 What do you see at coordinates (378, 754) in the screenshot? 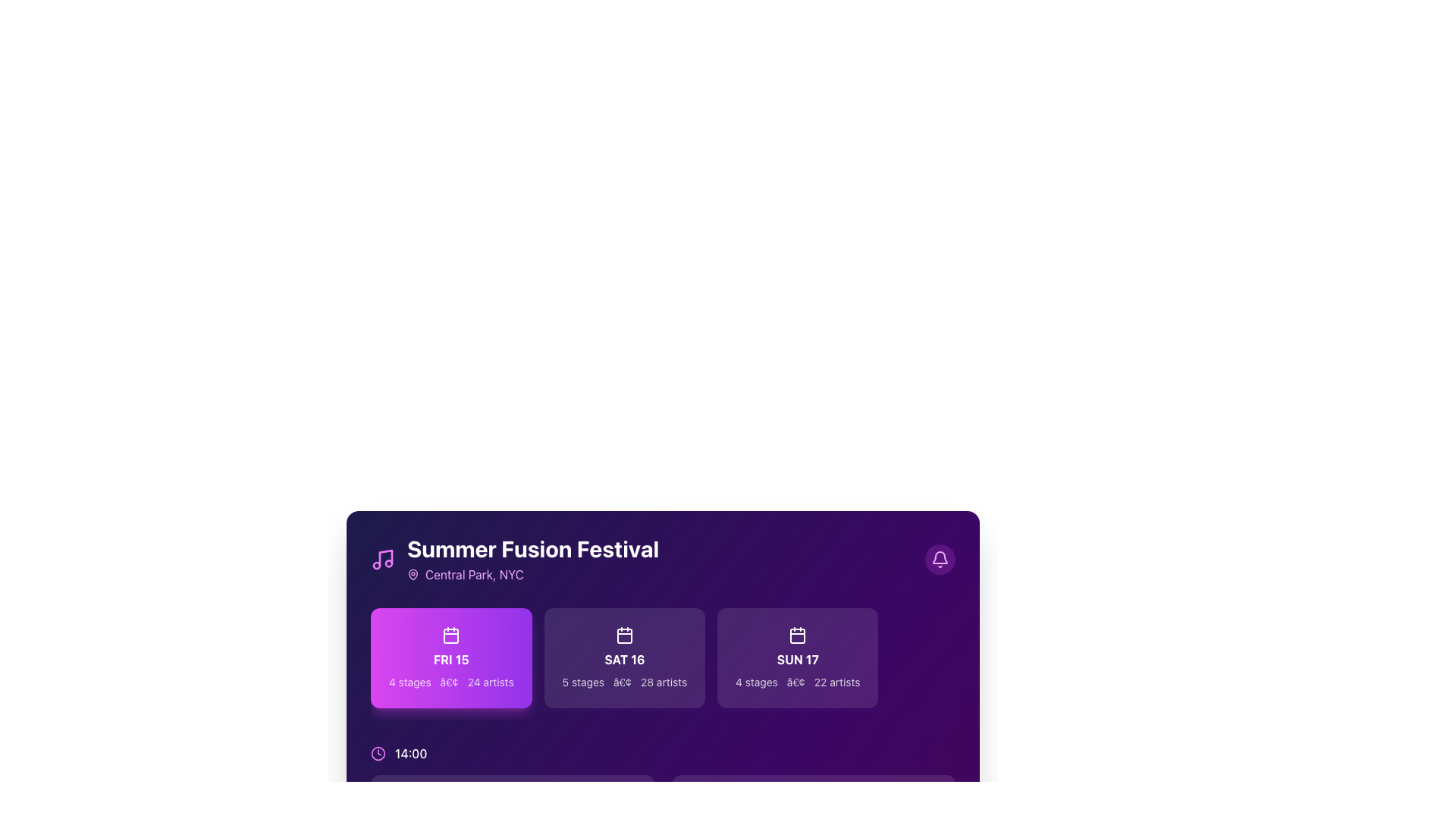
I see `the circular clock icon with a vibrant fuchsia outline located in the bottom-left corner of the card section, near the text '14:00'` at bounding box center [378, 754].